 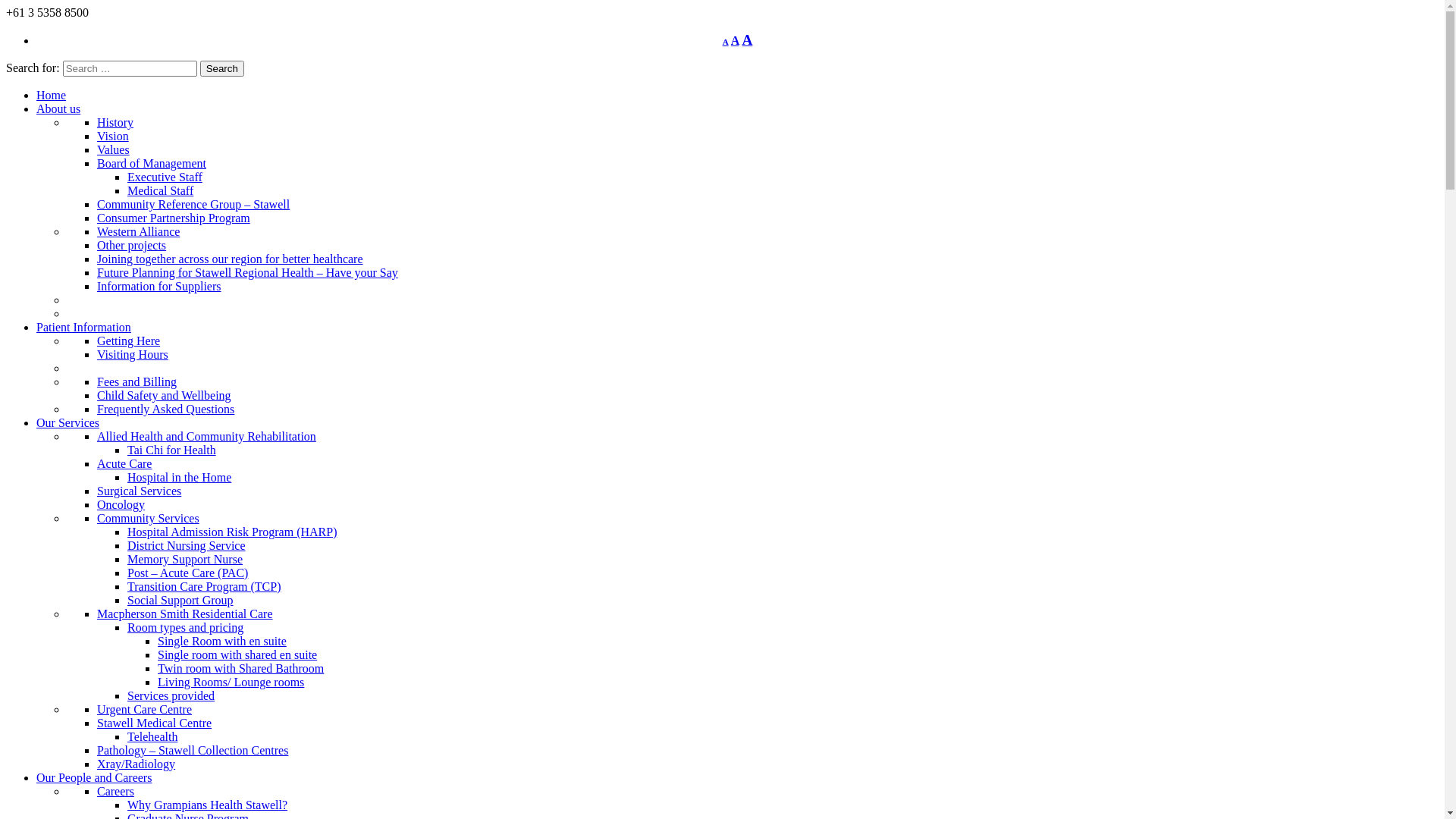 I want to click on 'Memory Support Nurse', so click(x=184, y=559).